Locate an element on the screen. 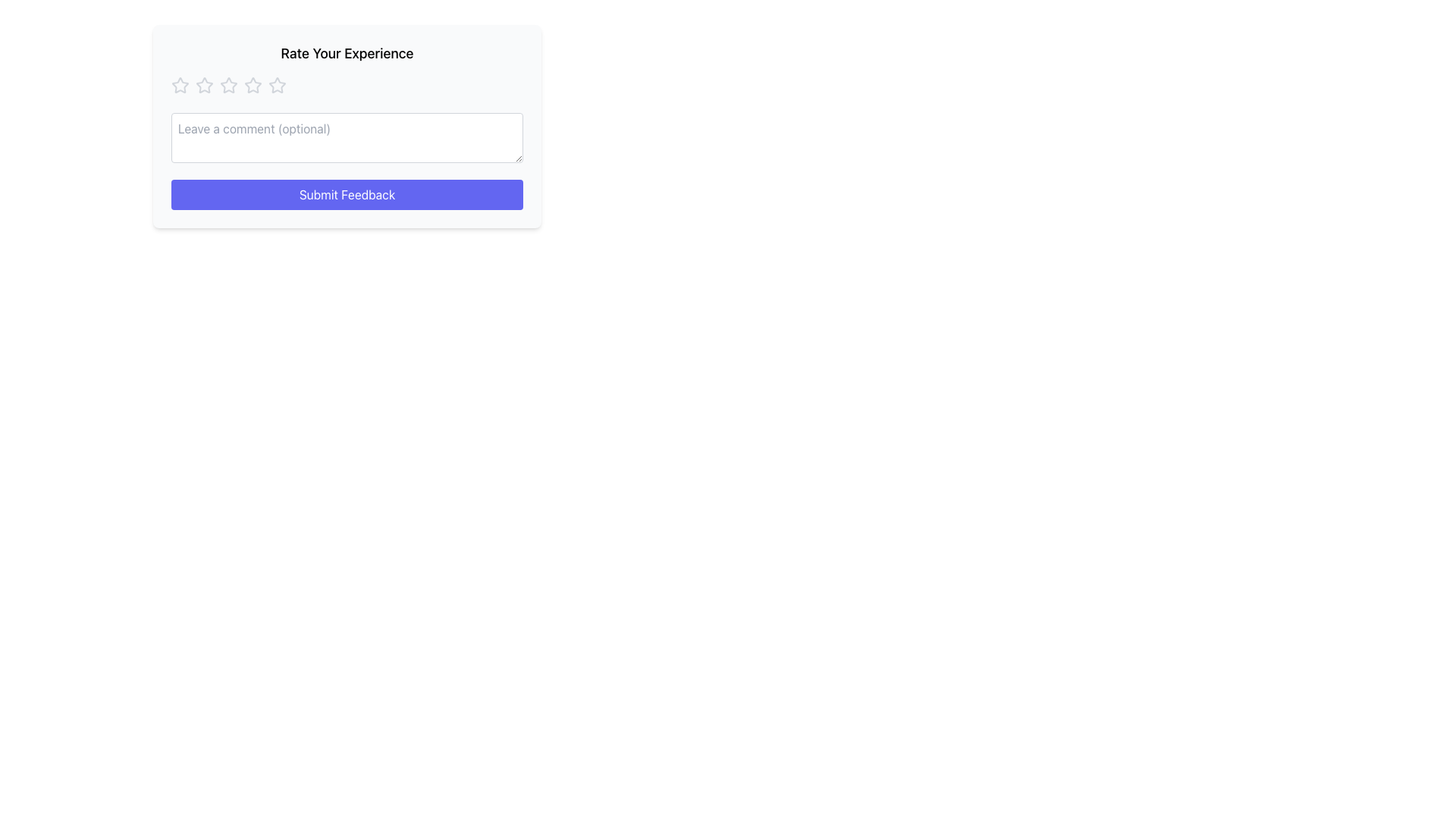  the first star-shaped icon in the rating system is located at coordinates (180, 85).